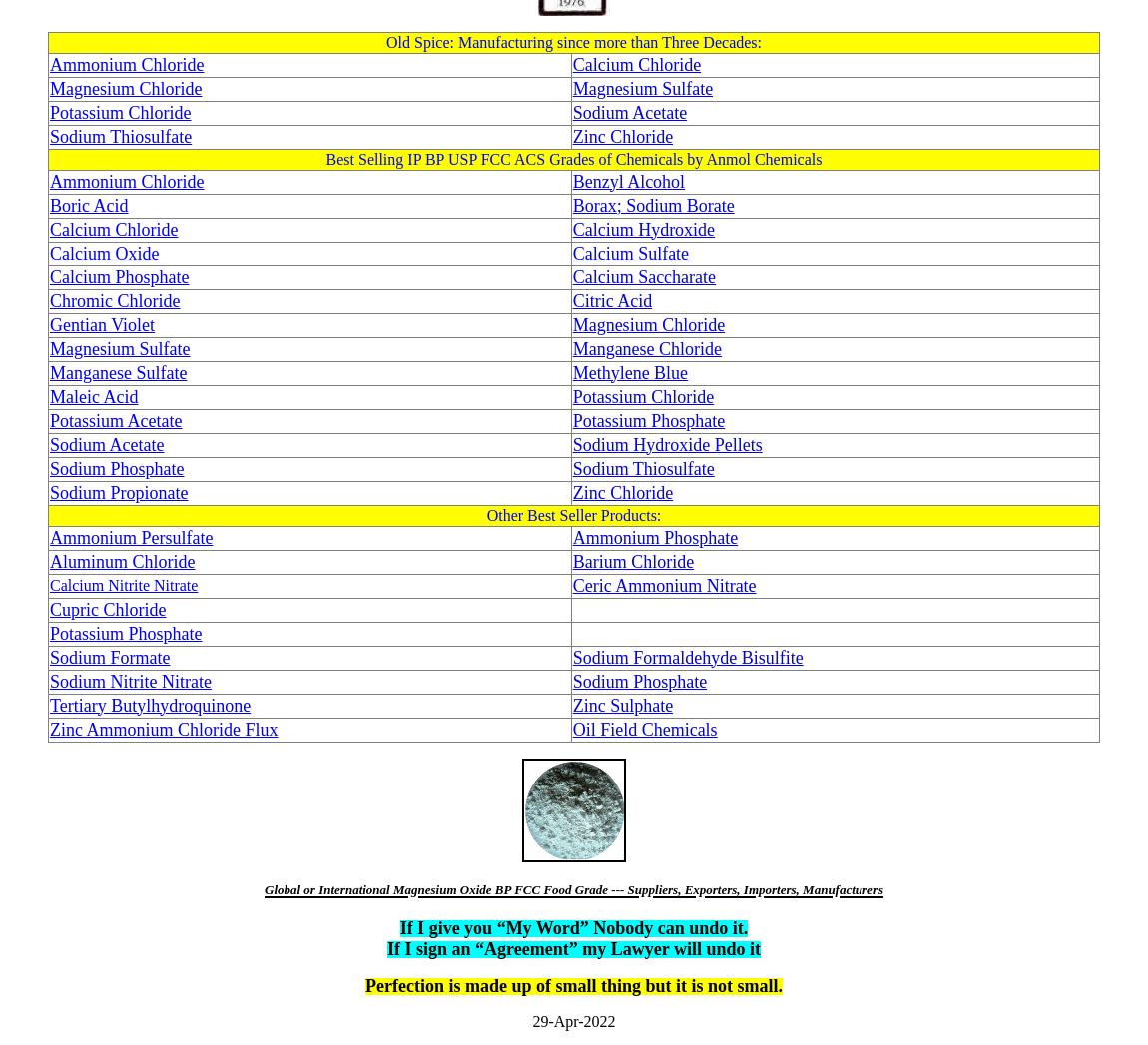 The width and height of the screenshot is (1148, 1045). What do you see at coordinates (574, 887) in the screenshot?
I see `'Global or 

	International Magnesium Oxide BP FCC Food Grade --- Suppliers, 

	Exporters, Importers, Manufacturers'` at bounding box center [574, 887].